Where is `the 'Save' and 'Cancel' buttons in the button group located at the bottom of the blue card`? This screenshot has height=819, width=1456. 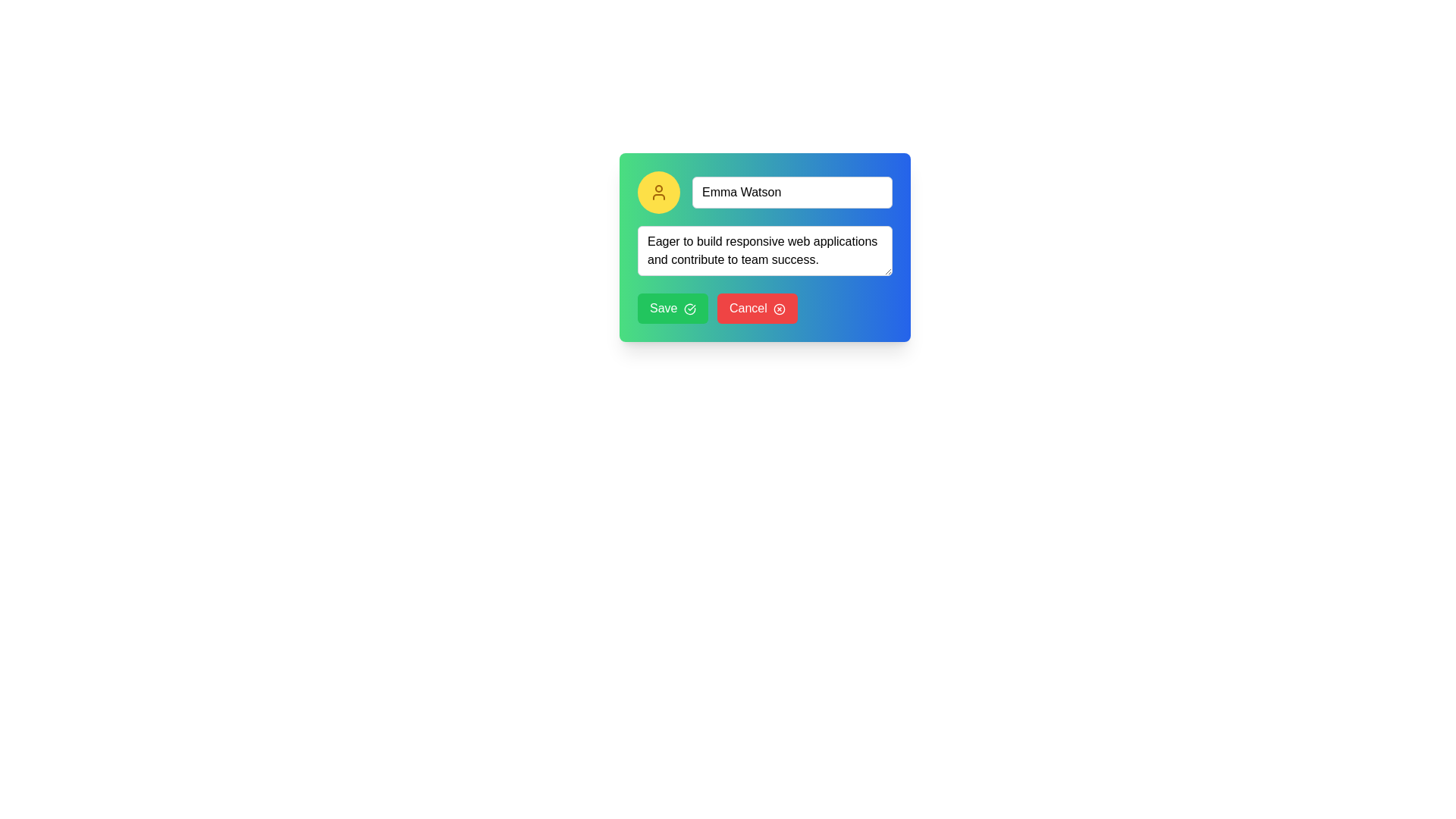 the 'Save' and 'Cancel' buttons in the button group located at the bottom of the blue card is located at coordinates (764, 308).